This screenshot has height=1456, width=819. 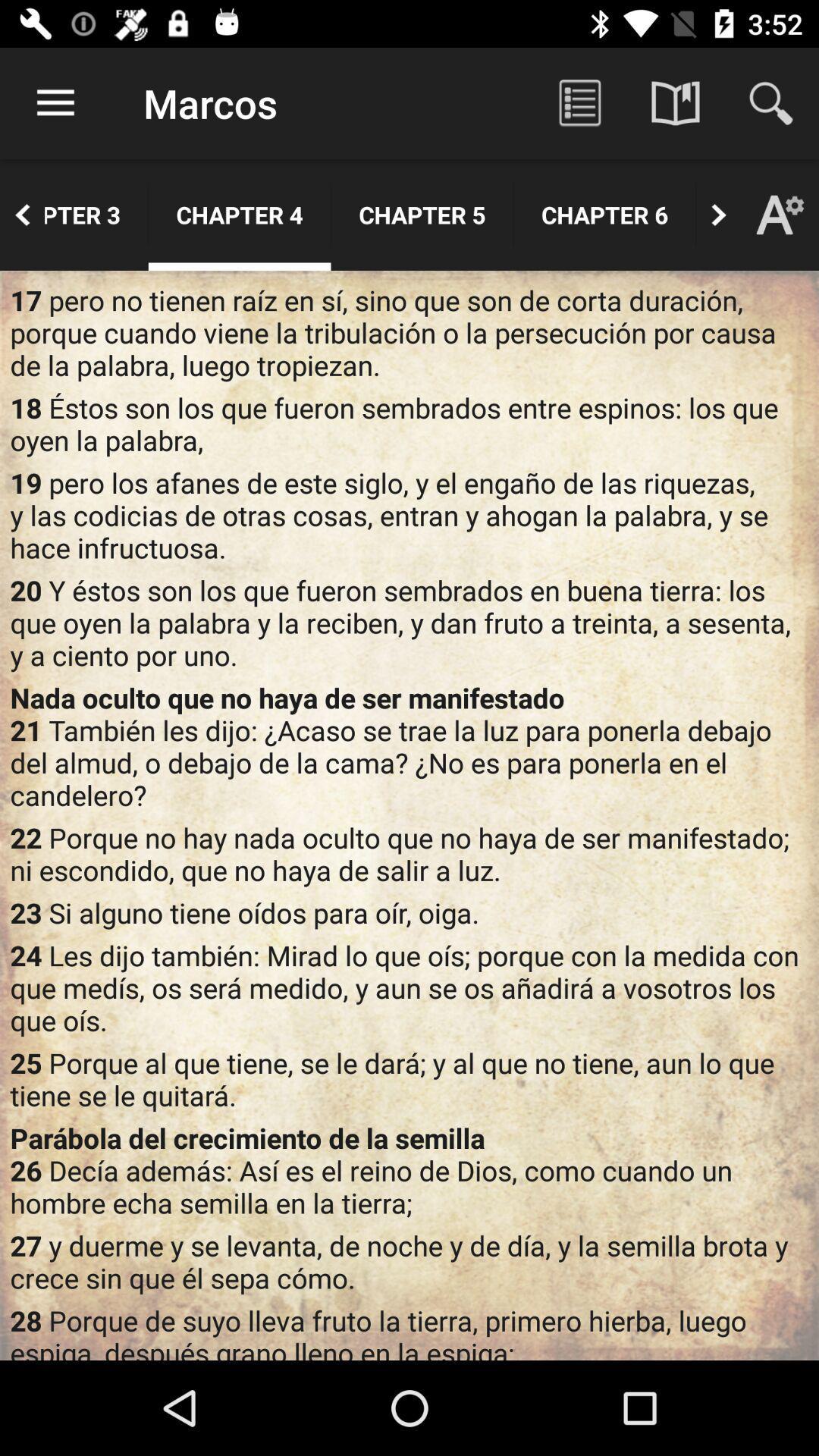 I want to click on the icon above the 17 pero no item, so click(x=239, y=214).